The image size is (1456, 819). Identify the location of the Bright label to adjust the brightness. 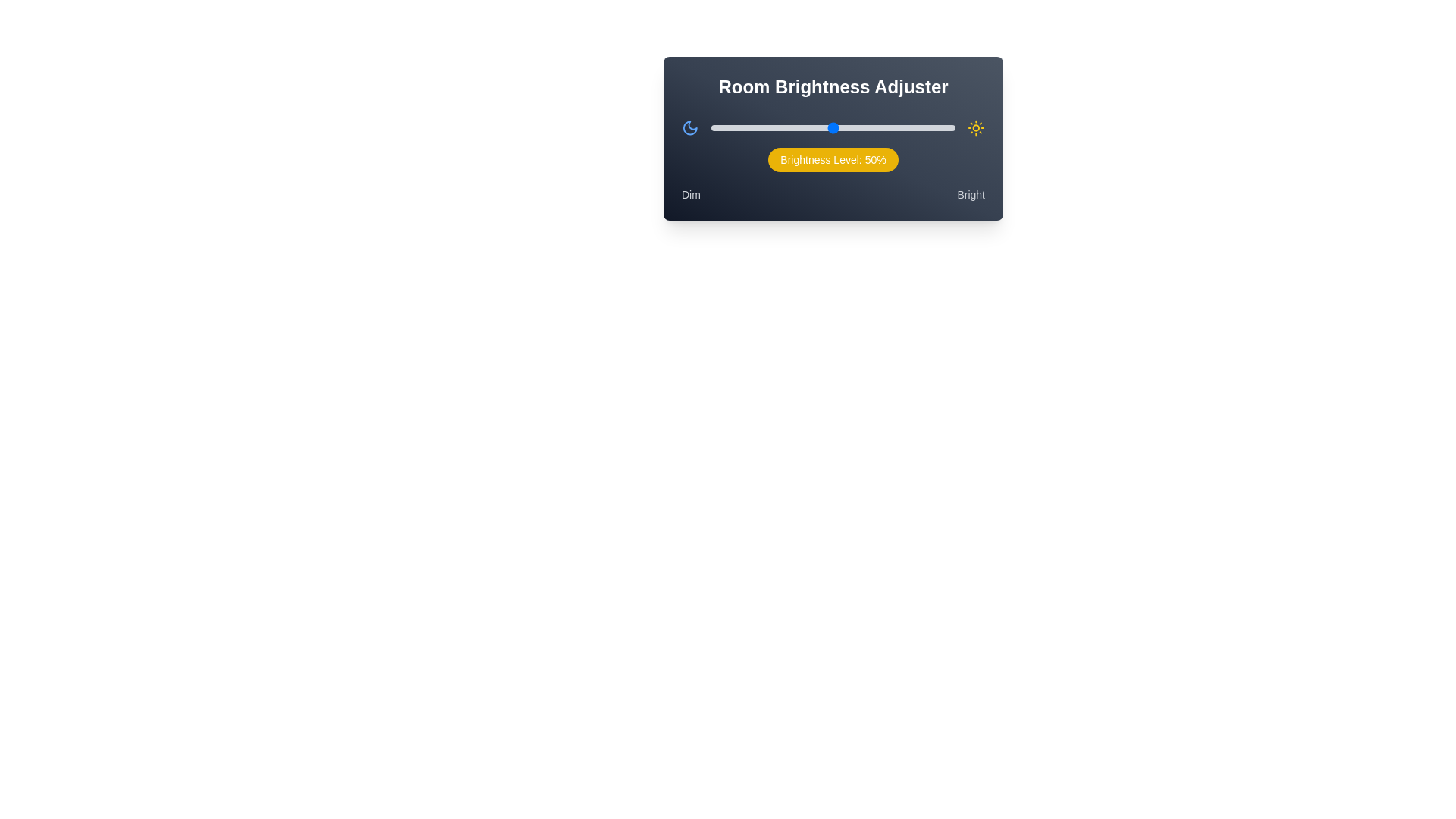
(971, 194).